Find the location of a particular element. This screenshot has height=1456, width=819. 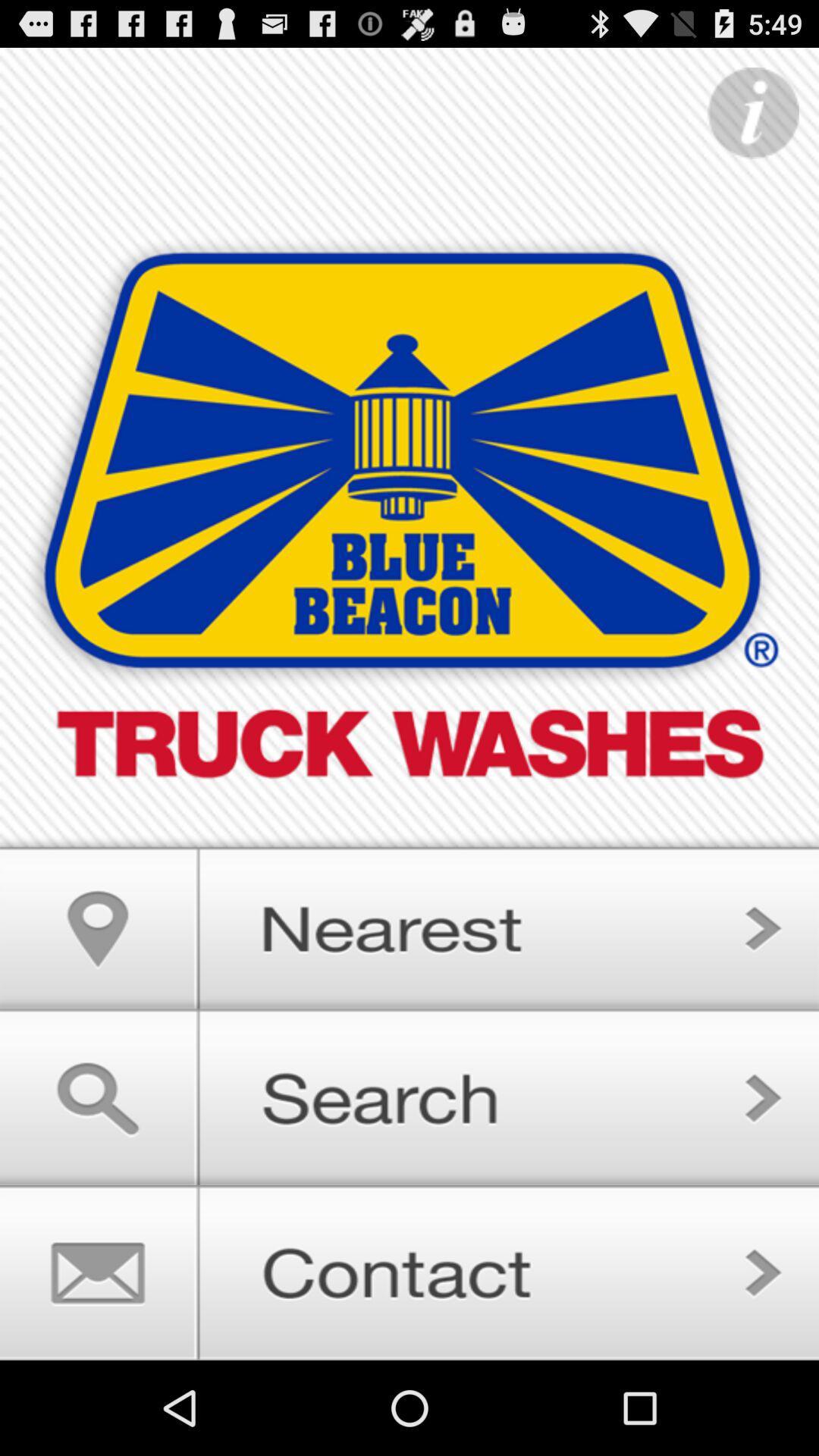

open contact is located at coordinates (409, 1272).